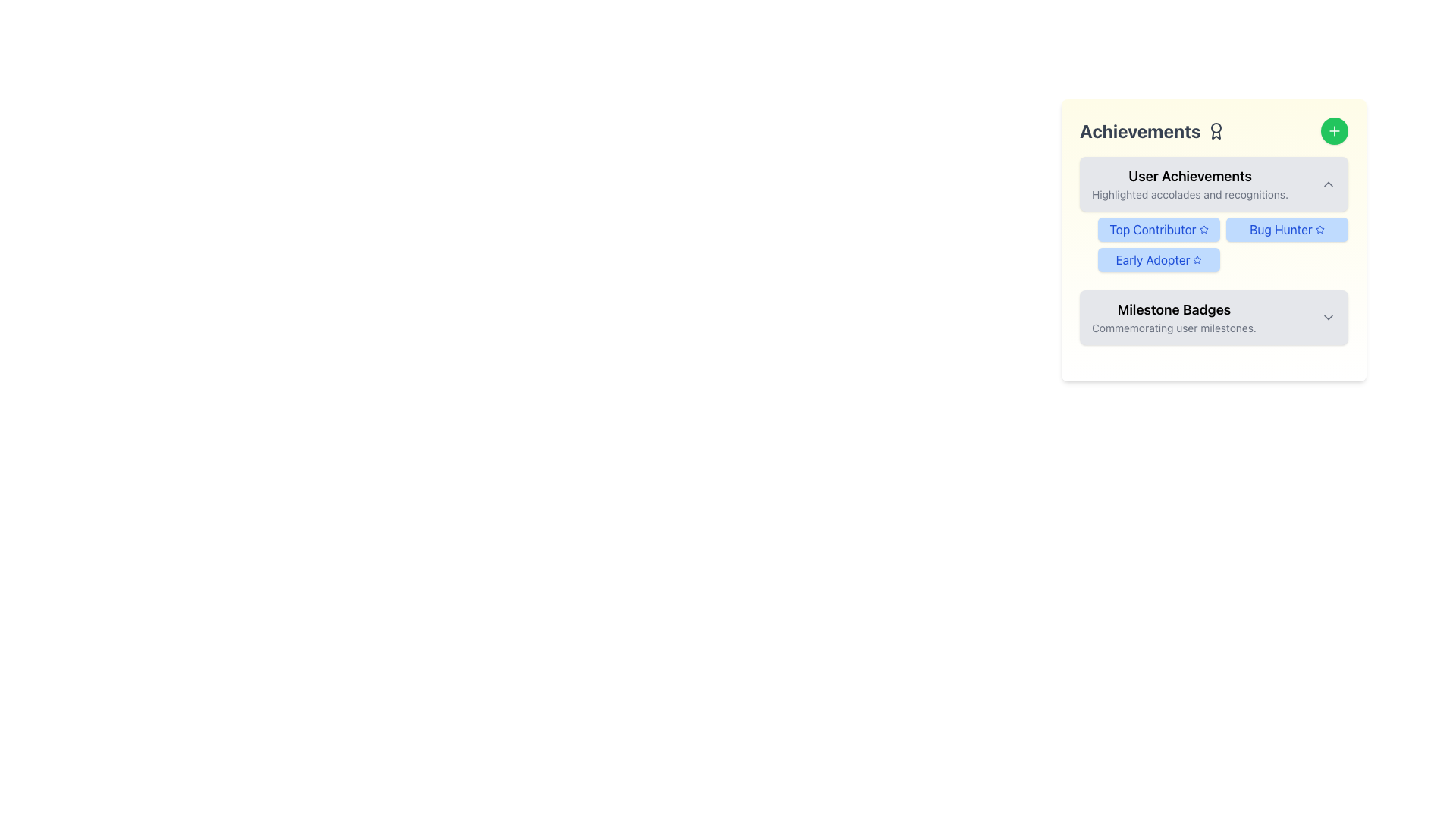 This screenshot has height=819, width=1456. Describe the element at coordinates (1335, 130) in the screenshot. I see `the action button for adding new achievements, located at the far right of the 'Achievements' header` at that location.